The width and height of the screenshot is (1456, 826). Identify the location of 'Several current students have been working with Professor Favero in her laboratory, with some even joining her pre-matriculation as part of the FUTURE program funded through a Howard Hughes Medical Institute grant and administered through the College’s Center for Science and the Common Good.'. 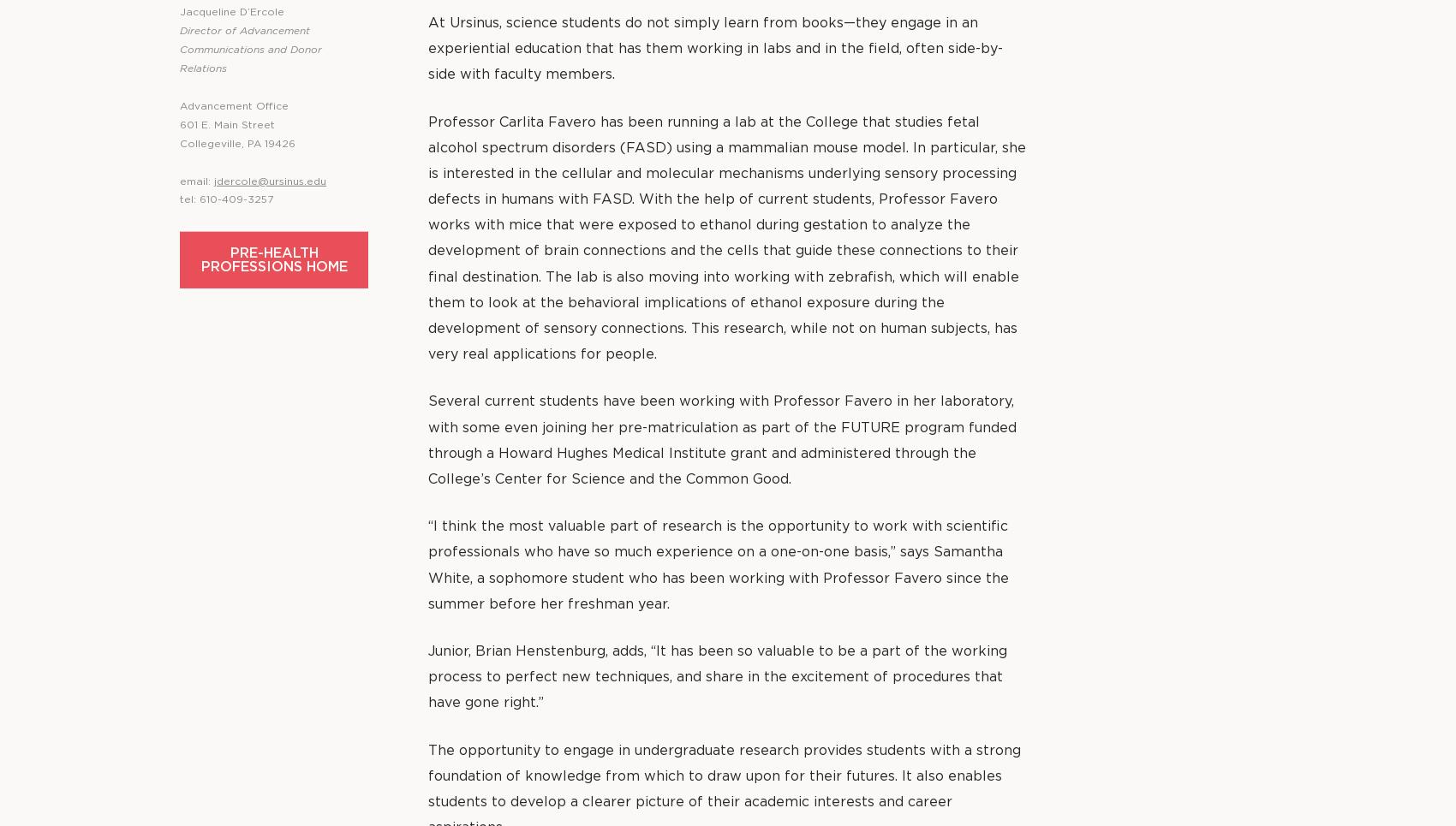
(721, 439).